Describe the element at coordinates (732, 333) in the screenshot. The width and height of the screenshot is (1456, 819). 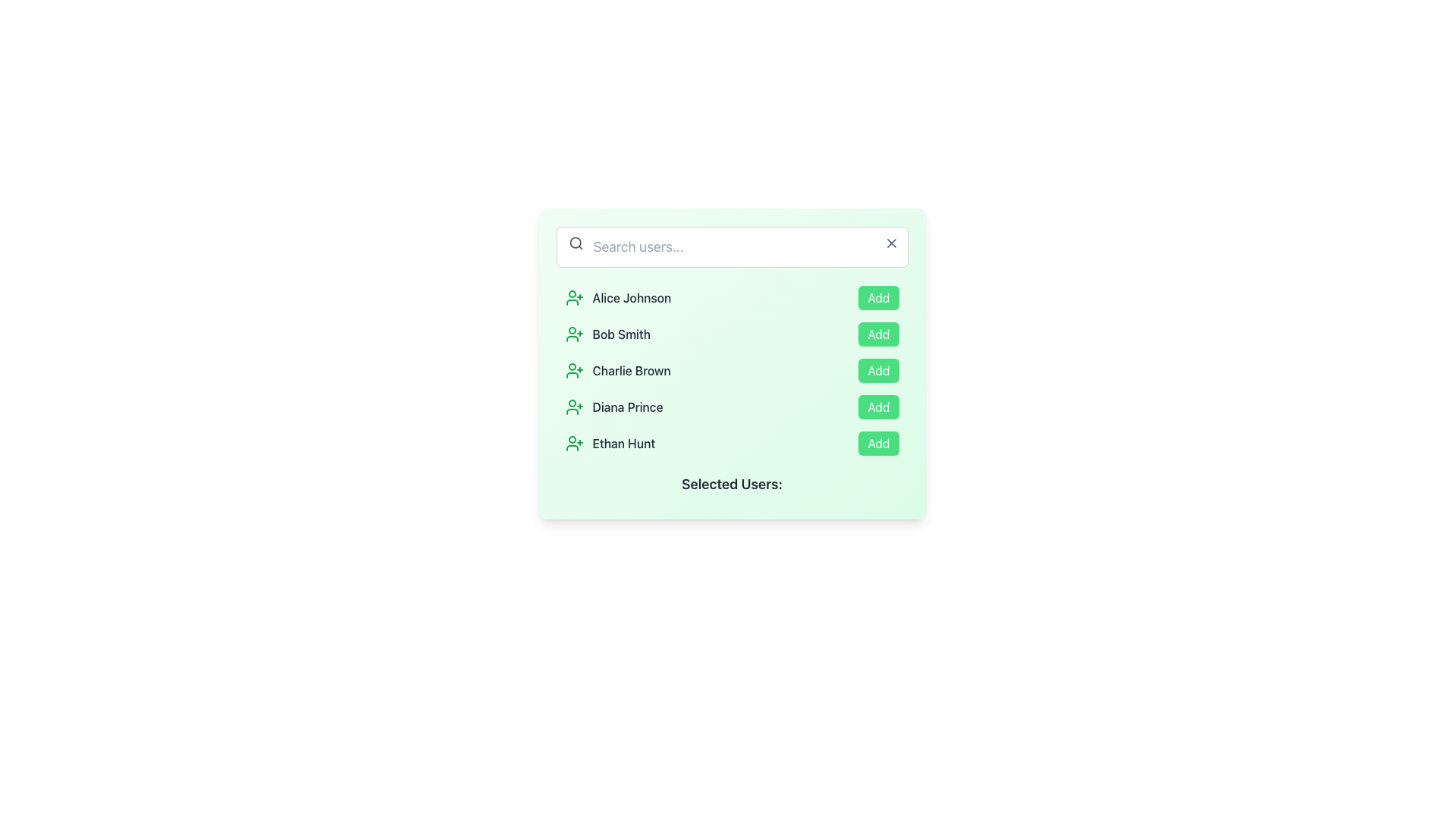
I see `the list item for 'Bob Smith' located between 'Alice Johnson' and 'Charlie Brown'` at that location.